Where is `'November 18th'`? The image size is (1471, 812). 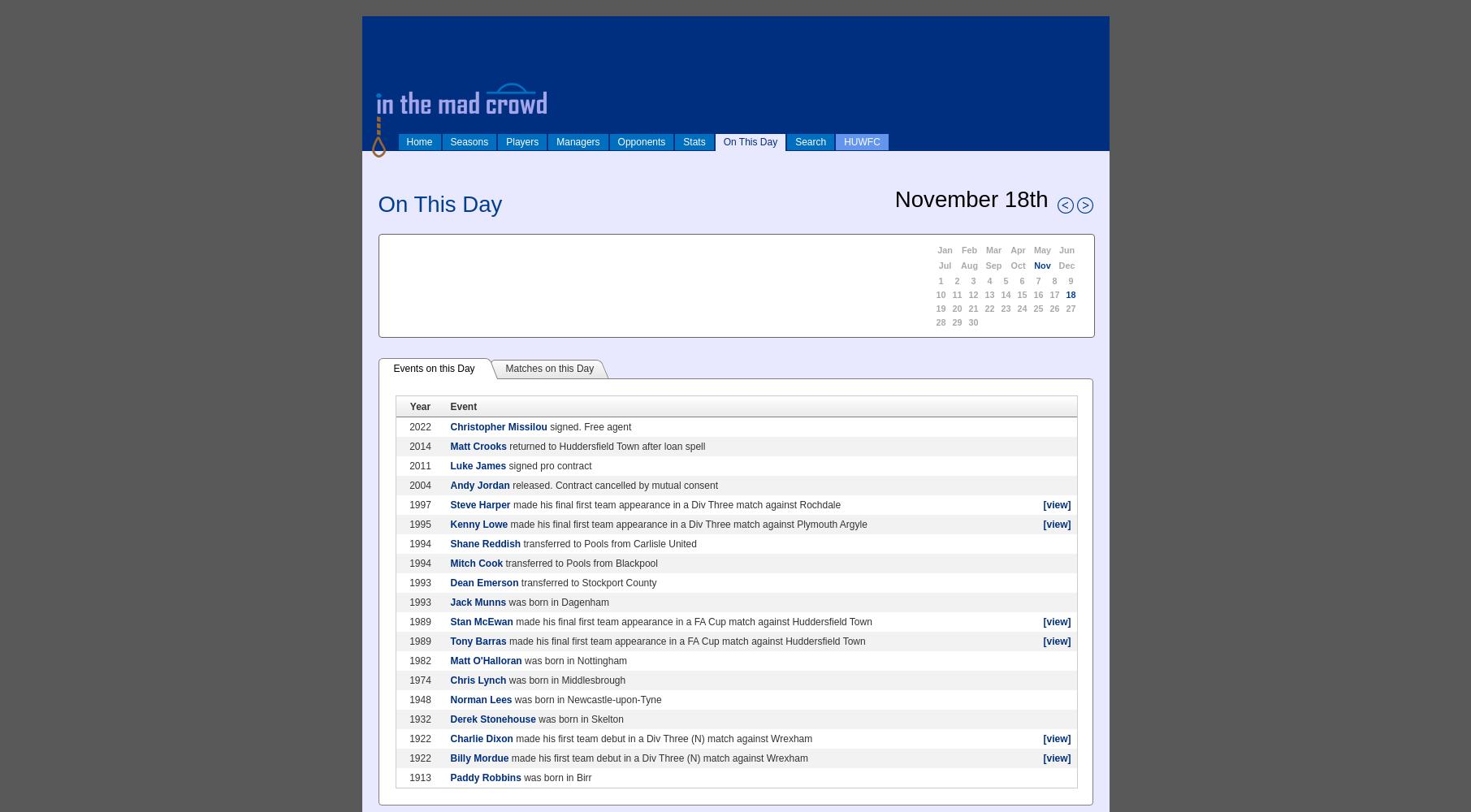
'November 18th' is located at coordinates (970, 198).